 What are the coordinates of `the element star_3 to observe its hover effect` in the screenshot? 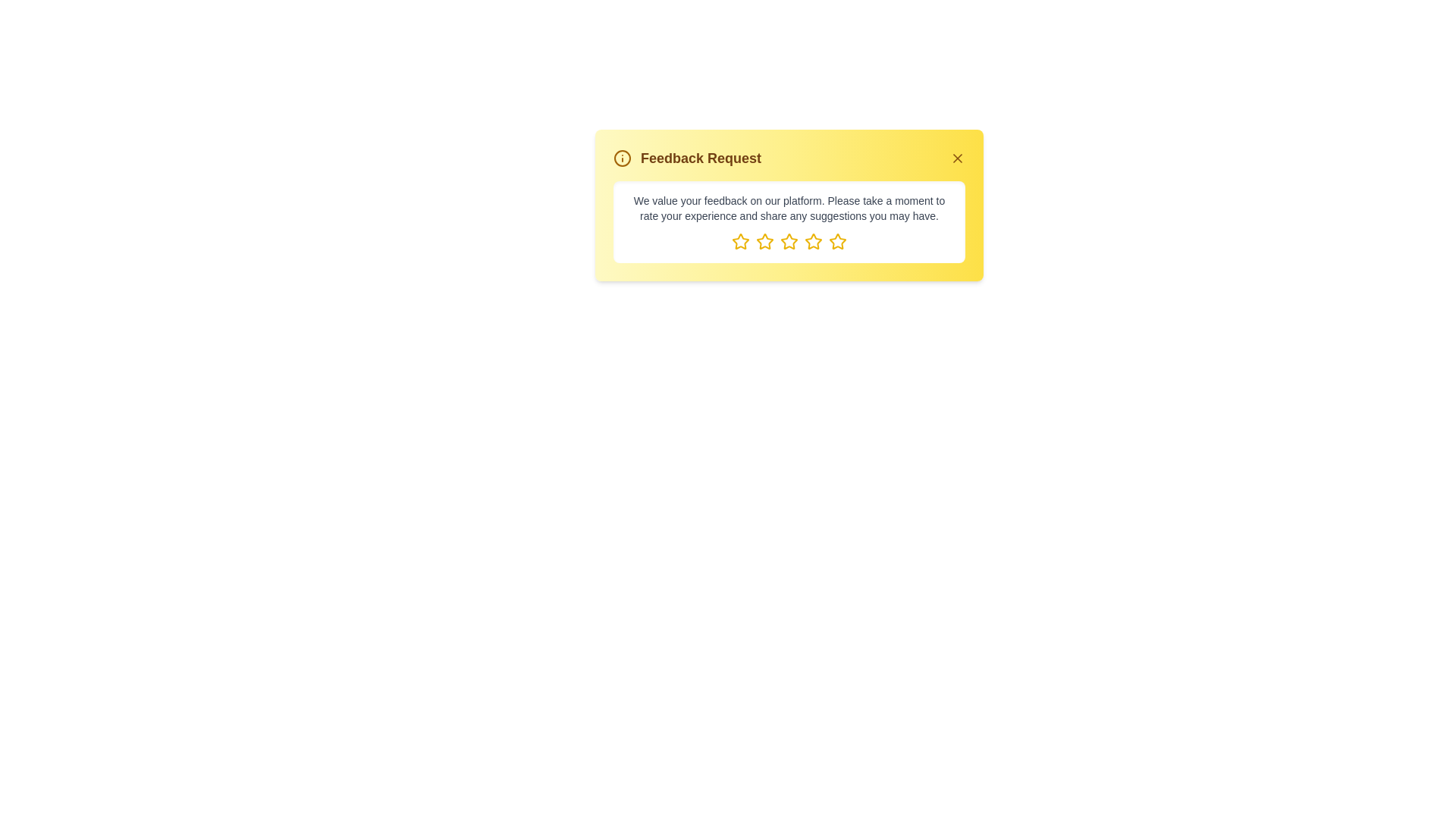 It's located at (789, 241).